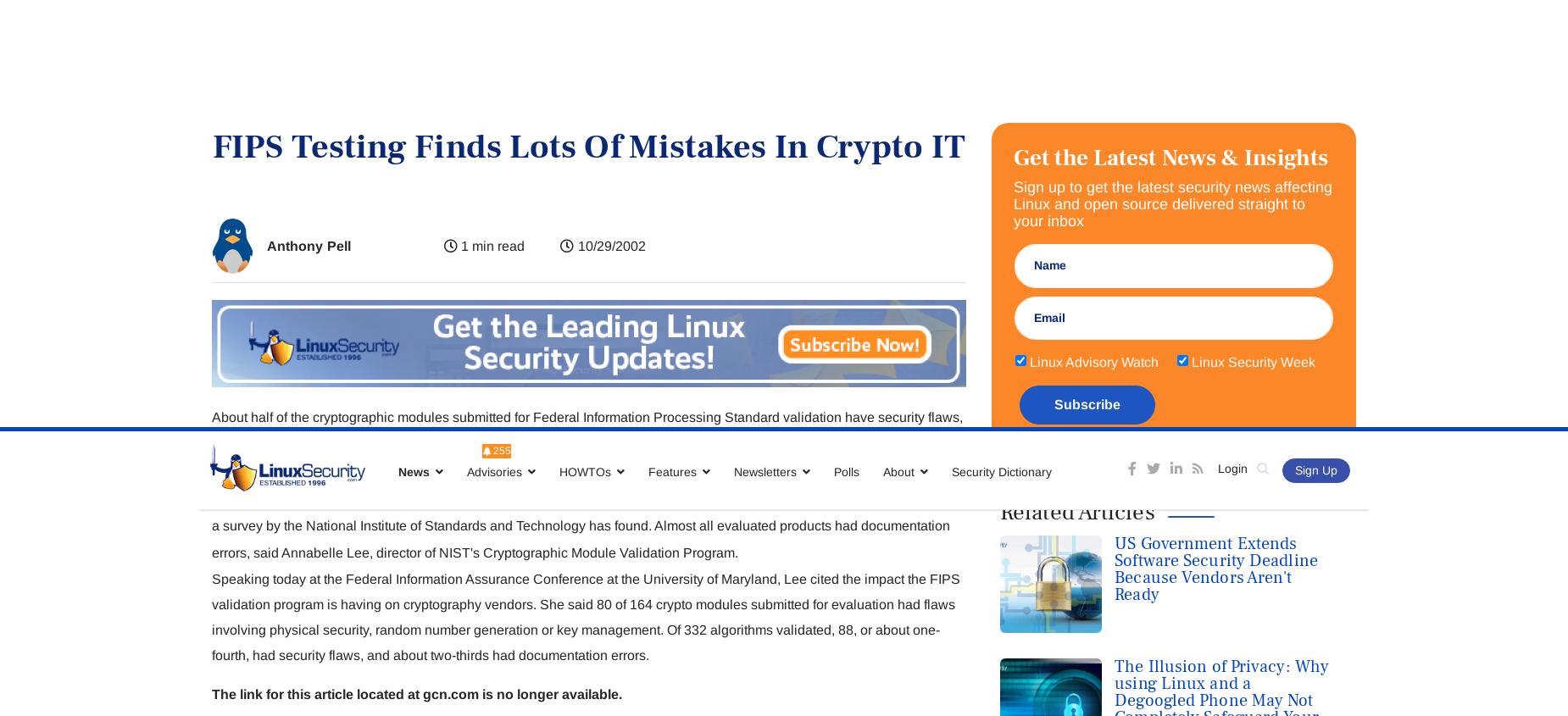  What do you see at coordinates (414, 43) in the screenshot?
I see `'News'` at bounding box center [414, 43].